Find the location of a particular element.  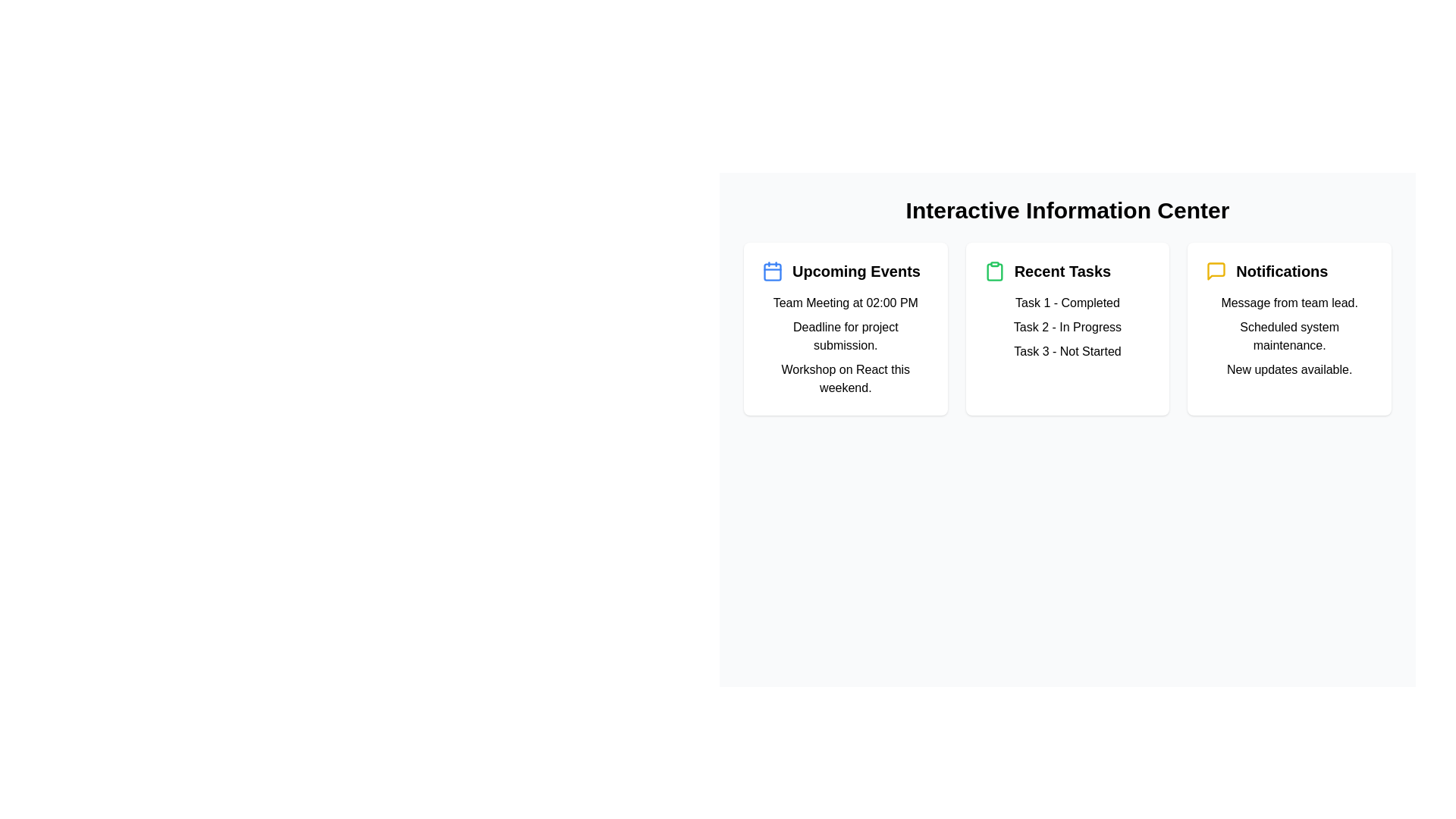

text content of the notification message located in the upper-right portion of the layout under the 'Notifications' column is located at coordinates (1288, 303).